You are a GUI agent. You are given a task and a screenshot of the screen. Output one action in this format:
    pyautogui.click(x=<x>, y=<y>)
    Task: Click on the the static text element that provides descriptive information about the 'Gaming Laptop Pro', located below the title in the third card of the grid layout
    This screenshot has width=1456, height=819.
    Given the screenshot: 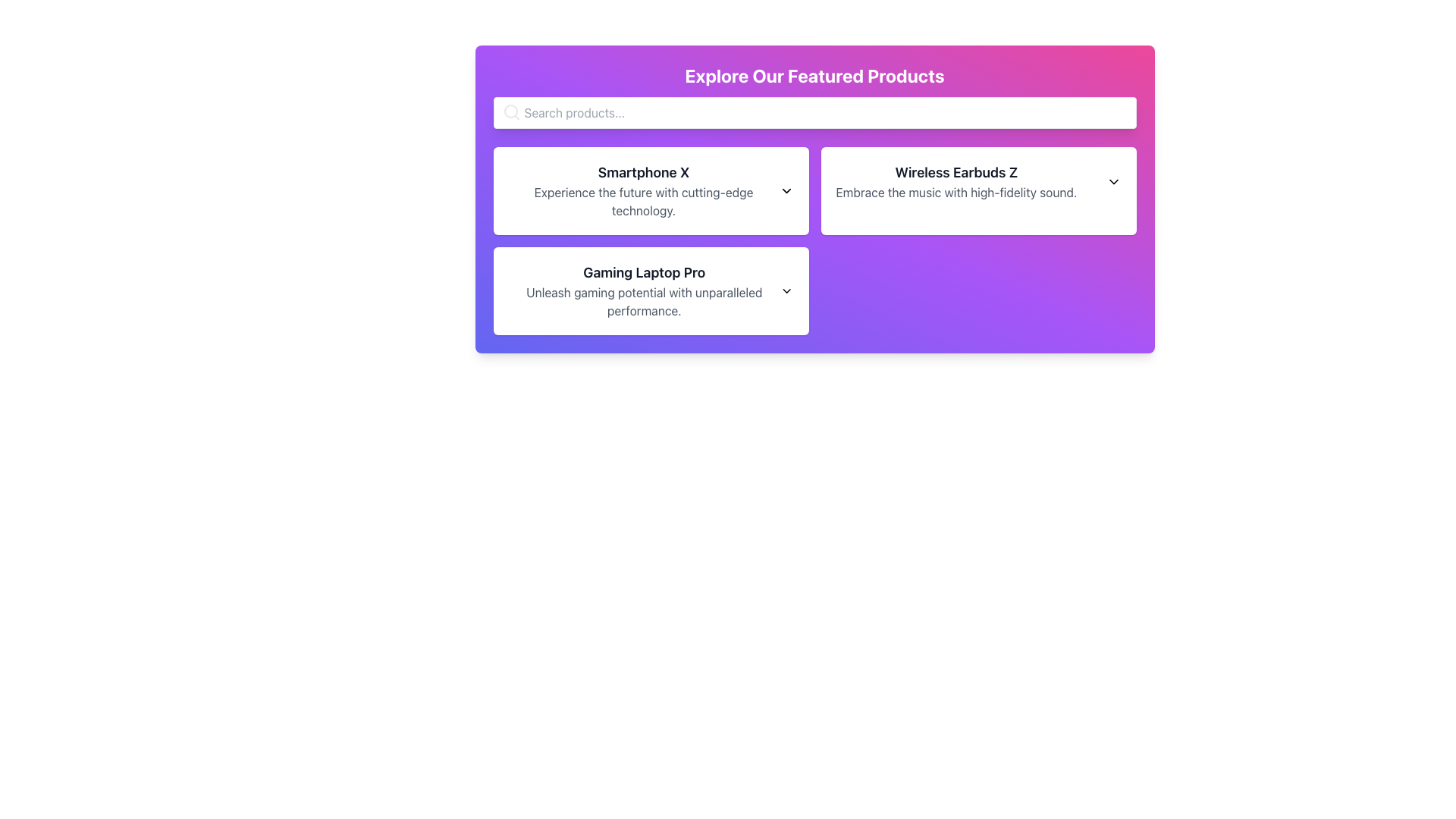 What is the action you would take?
    pyautogui.click(x=644, y=301)
    